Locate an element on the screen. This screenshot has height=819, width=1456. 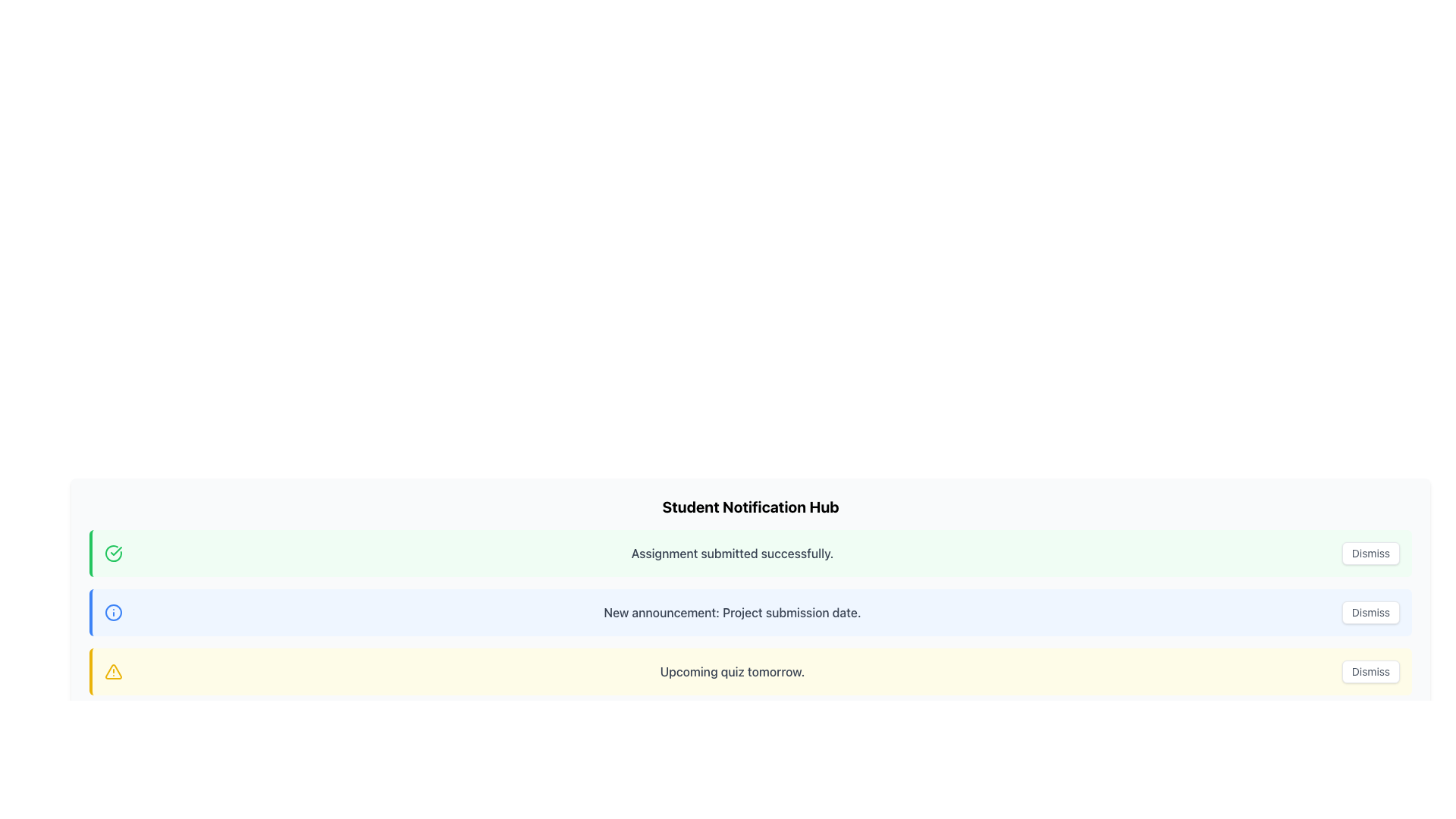
the warning alert icon located in the yellow-highlighted notification section, which is the first component to the left of the text 'Upcoming quiz tomorrow.' is located at coordinates (112, 671).